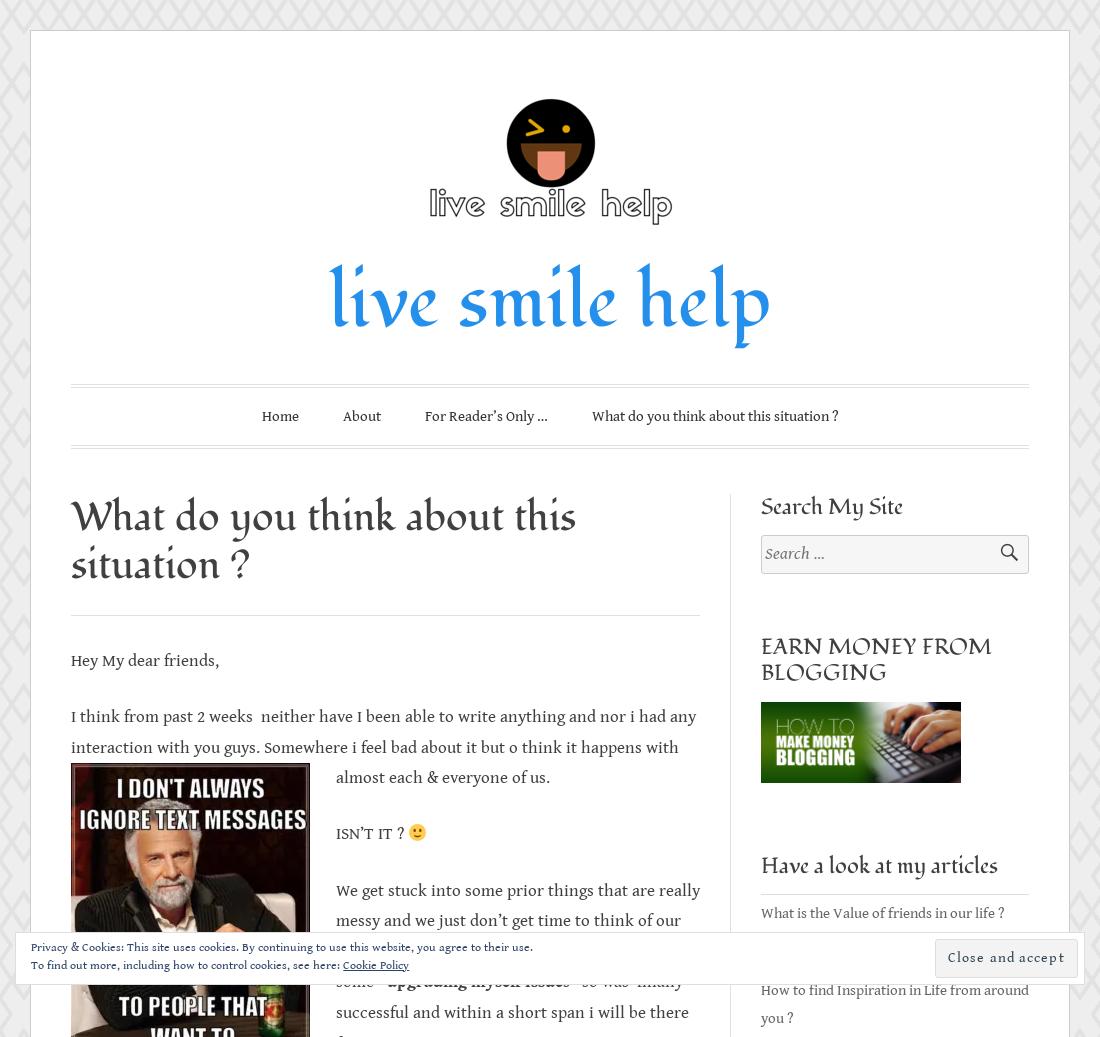 The width and height of the screenshot is (1100, 1037). Describe the element at coordinates (550, 300) in the screenshot. I see `'live smile help'` at that location.